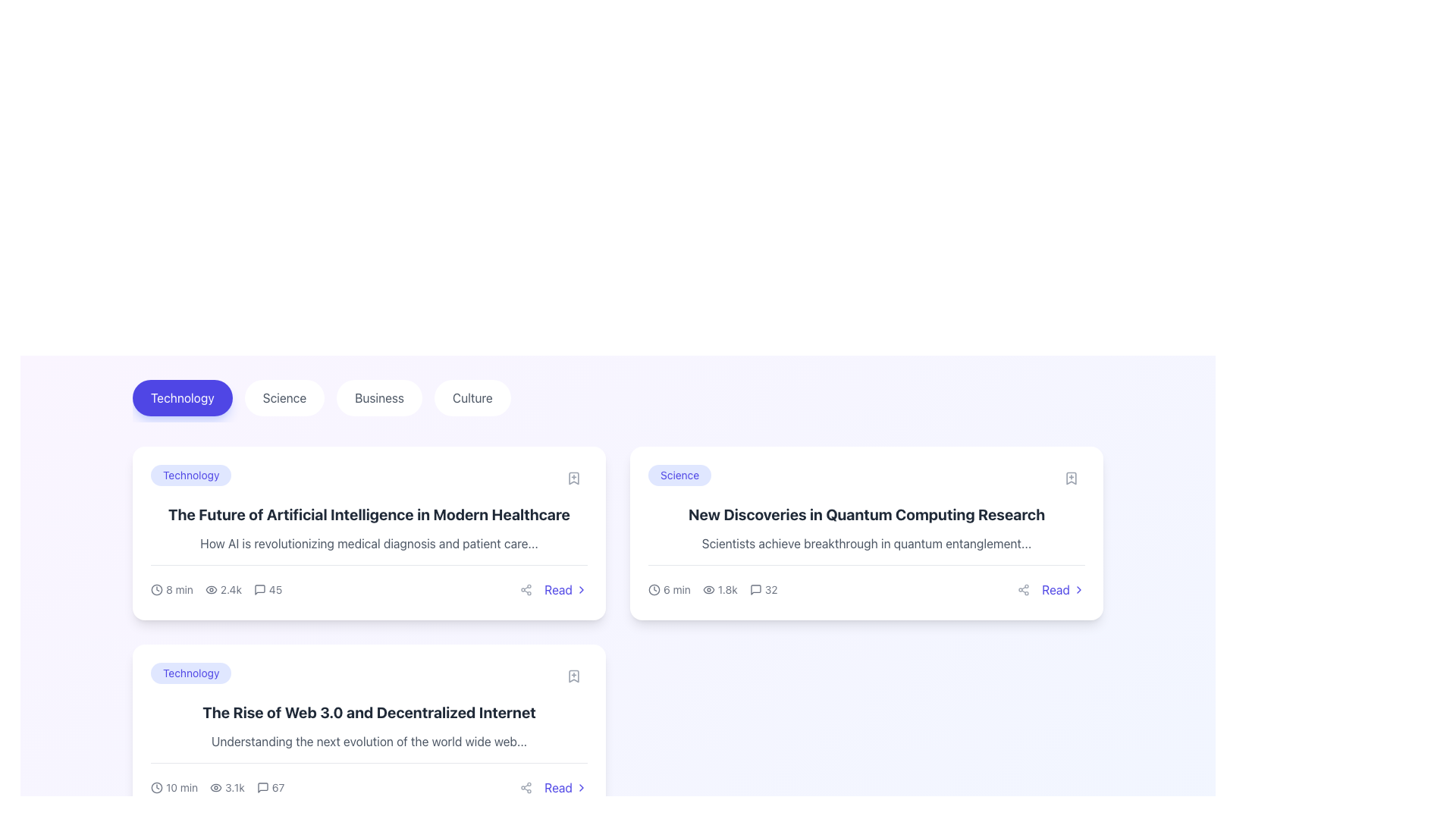 The height and width of the screenshot is (819, 1456). Describe the element at coordinates (1062, 589) in the screenshot. I see `the 'Read' button with indigo text and a right-pointing chevron icon, located at the bottom-right corner of the card in the top-right position of the grid layout` at that location.